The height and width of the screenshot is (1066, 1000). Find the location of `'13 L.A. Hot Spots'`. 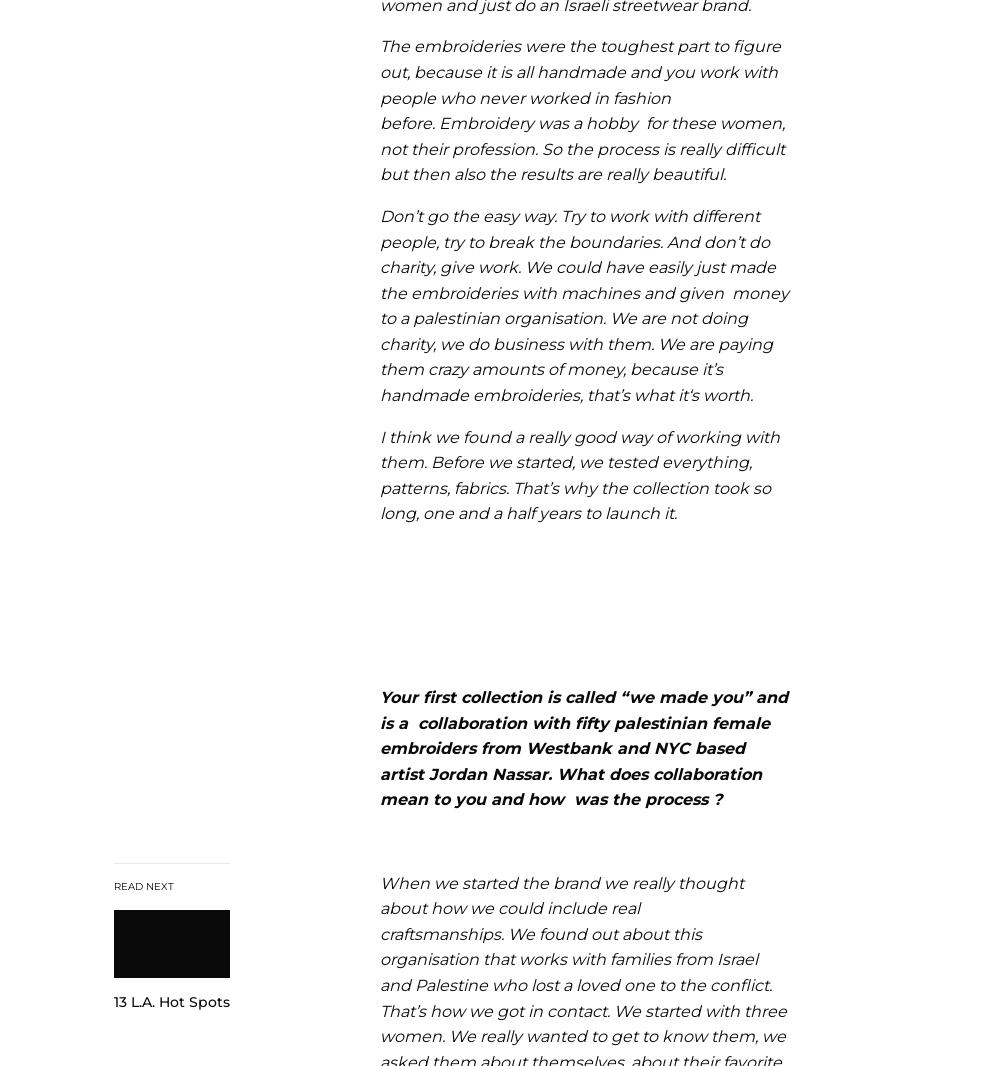

'13 L.A. Hot Spots' is located at coordinates (172, 1002).